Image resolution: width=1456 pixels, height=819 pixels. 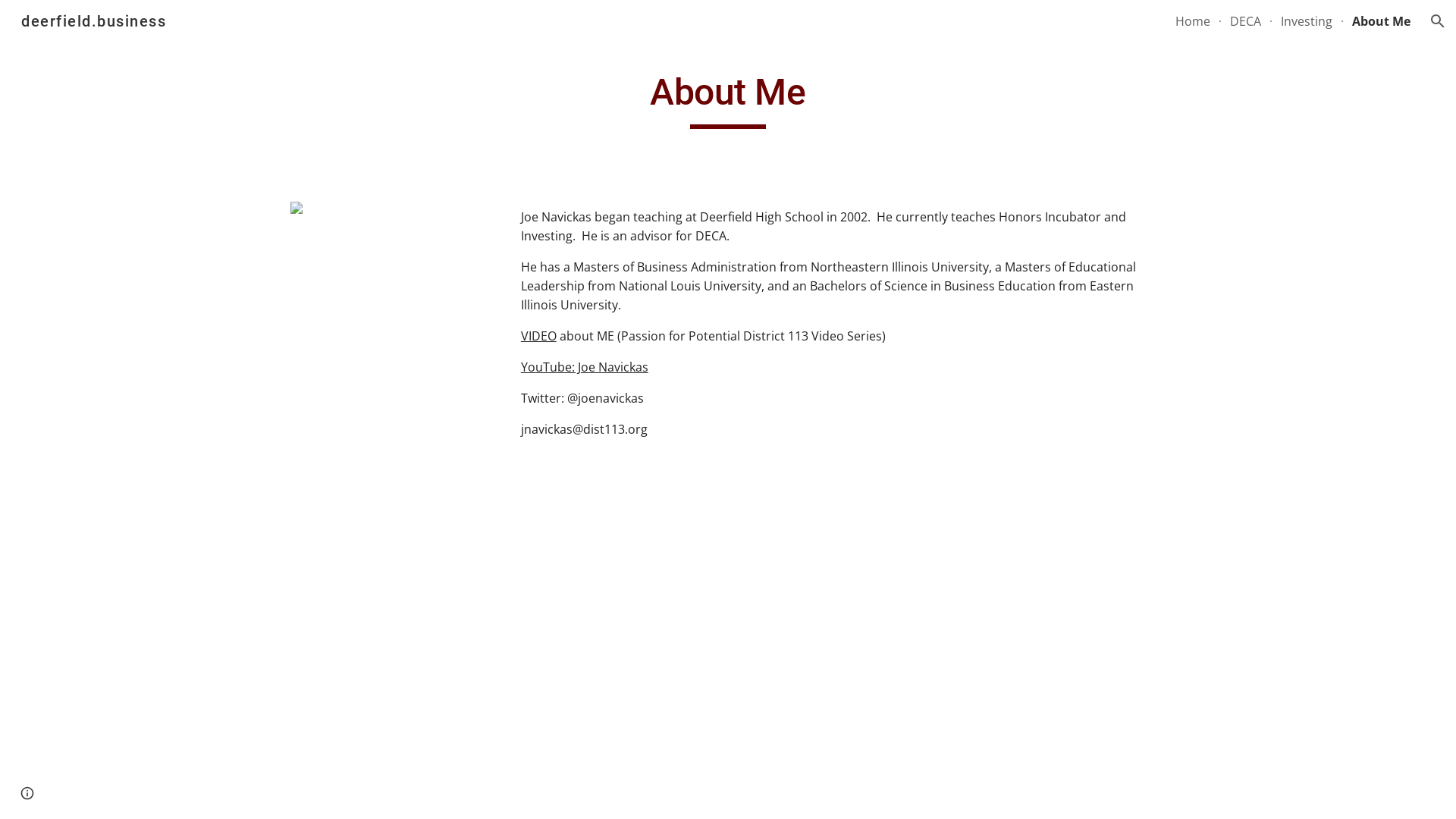 I want to click on 'Investing', so click(x=1306, y=20).